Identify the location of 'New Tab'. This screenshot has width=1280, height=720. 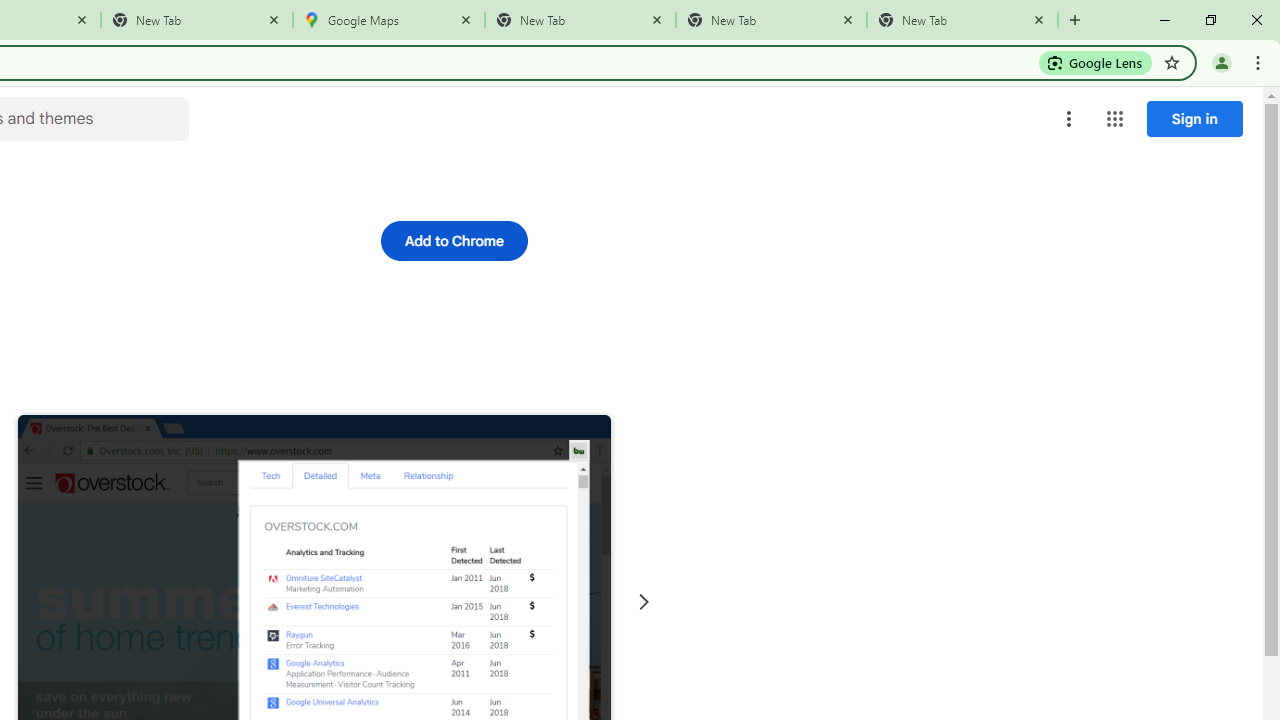
(197, 20).